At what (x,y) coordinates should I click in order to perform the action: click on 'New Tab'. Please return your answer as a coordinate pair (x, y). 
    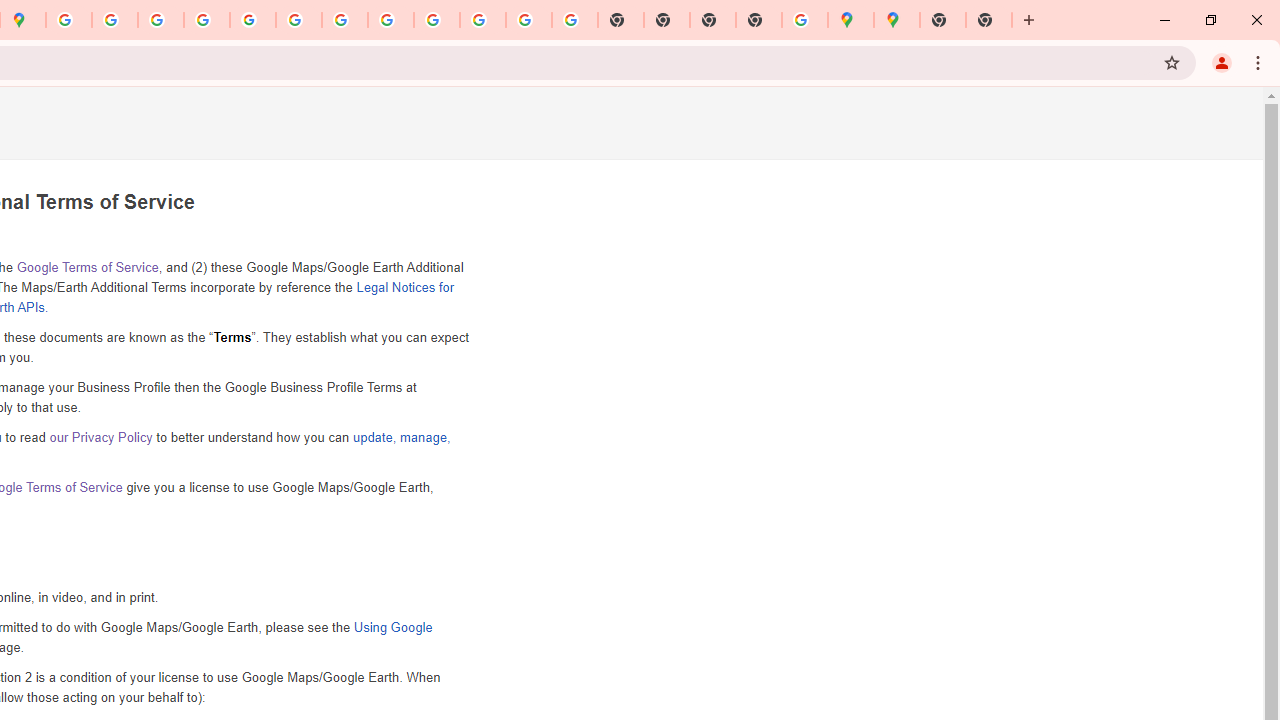
    Looking at the image, I should click on (942, 20).